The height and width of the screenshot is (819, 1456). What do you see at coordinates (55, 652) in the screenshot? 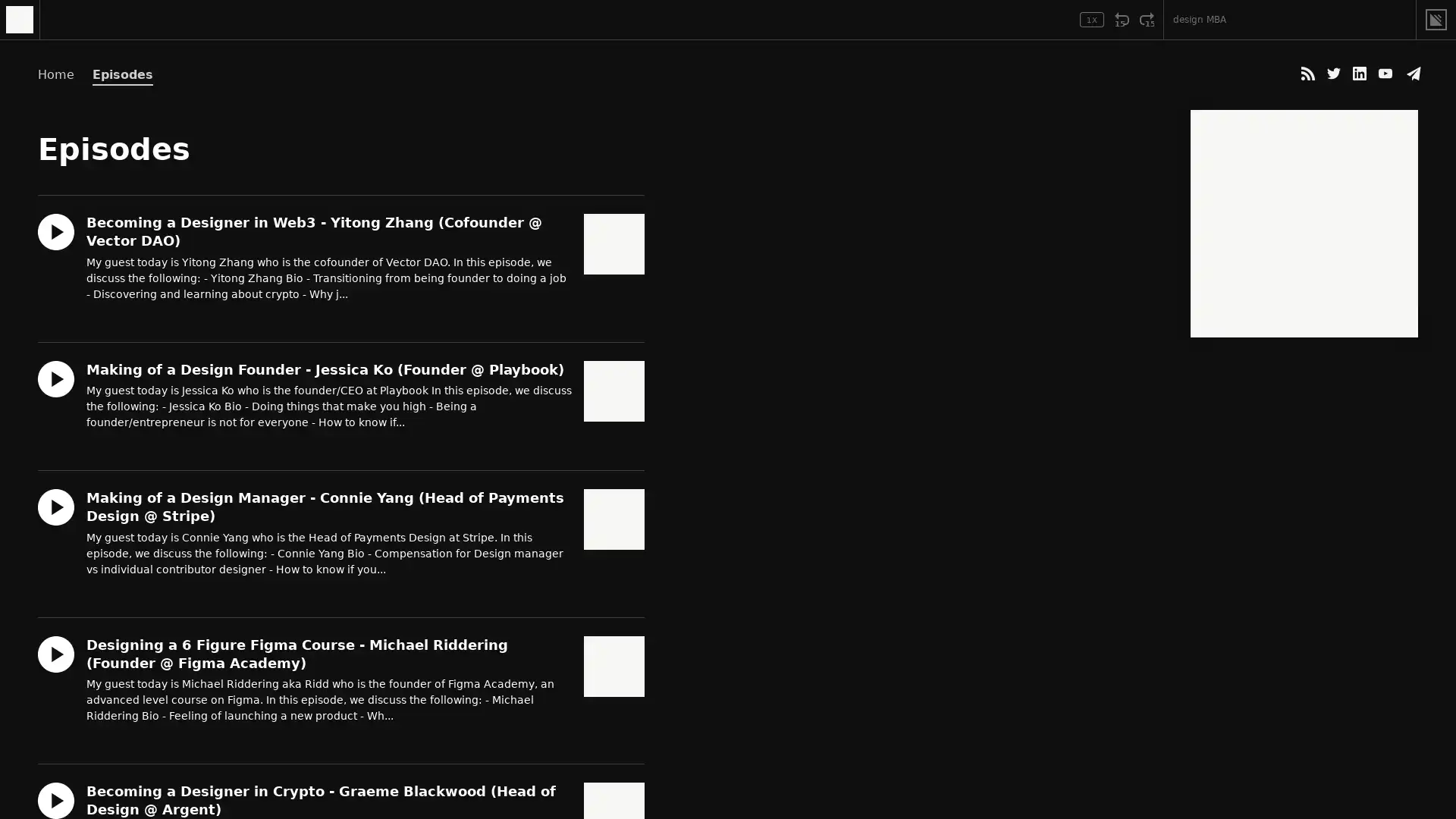
I see `Play` at bounding box center [55, 652].